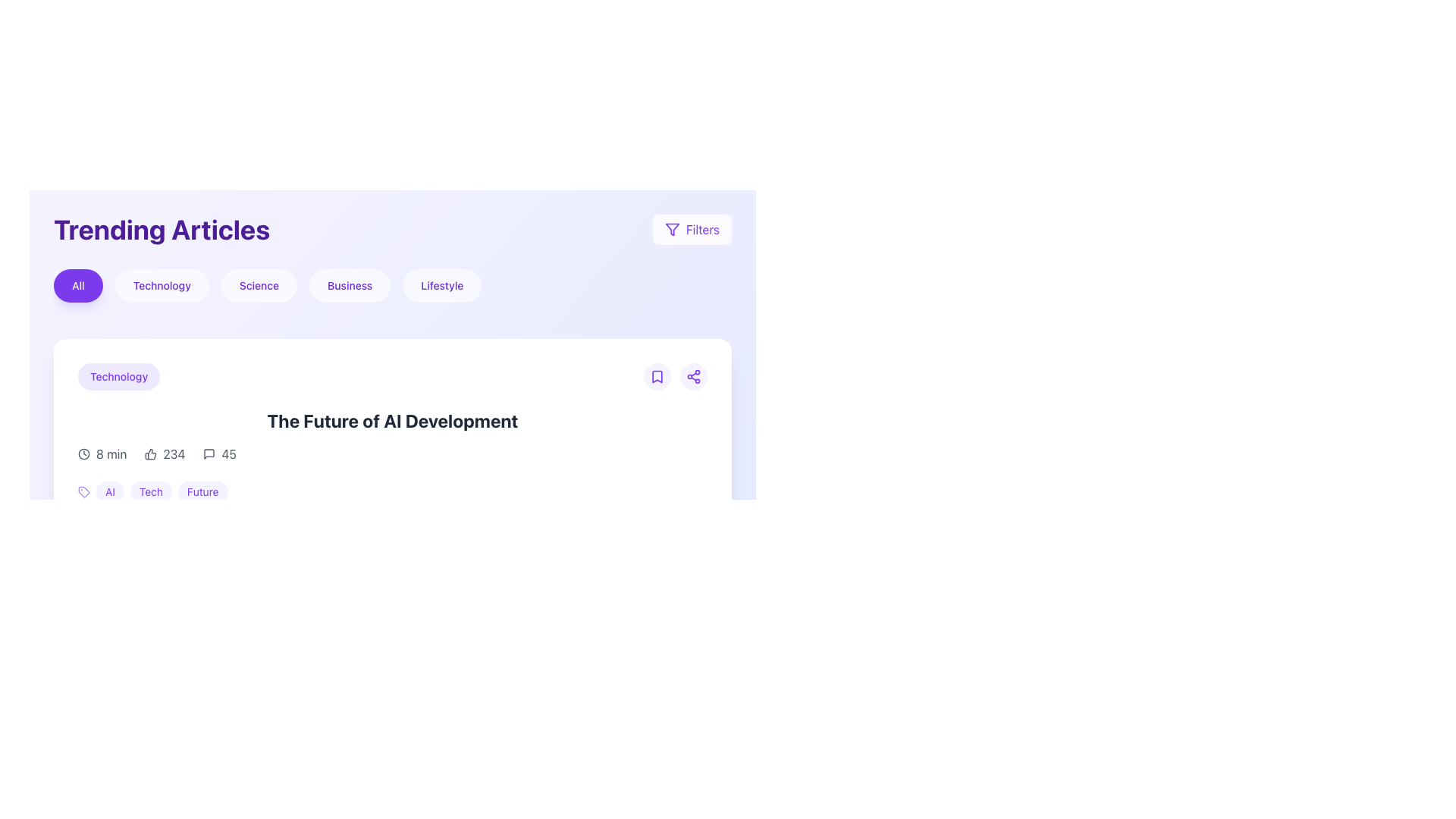 This screenshot has width=1456, height=819. Describe the element at coordinates (259, 286) in the screenshot. I see `the 'Science' button, which is a rounded rectangle with a bold violet label` at that location.